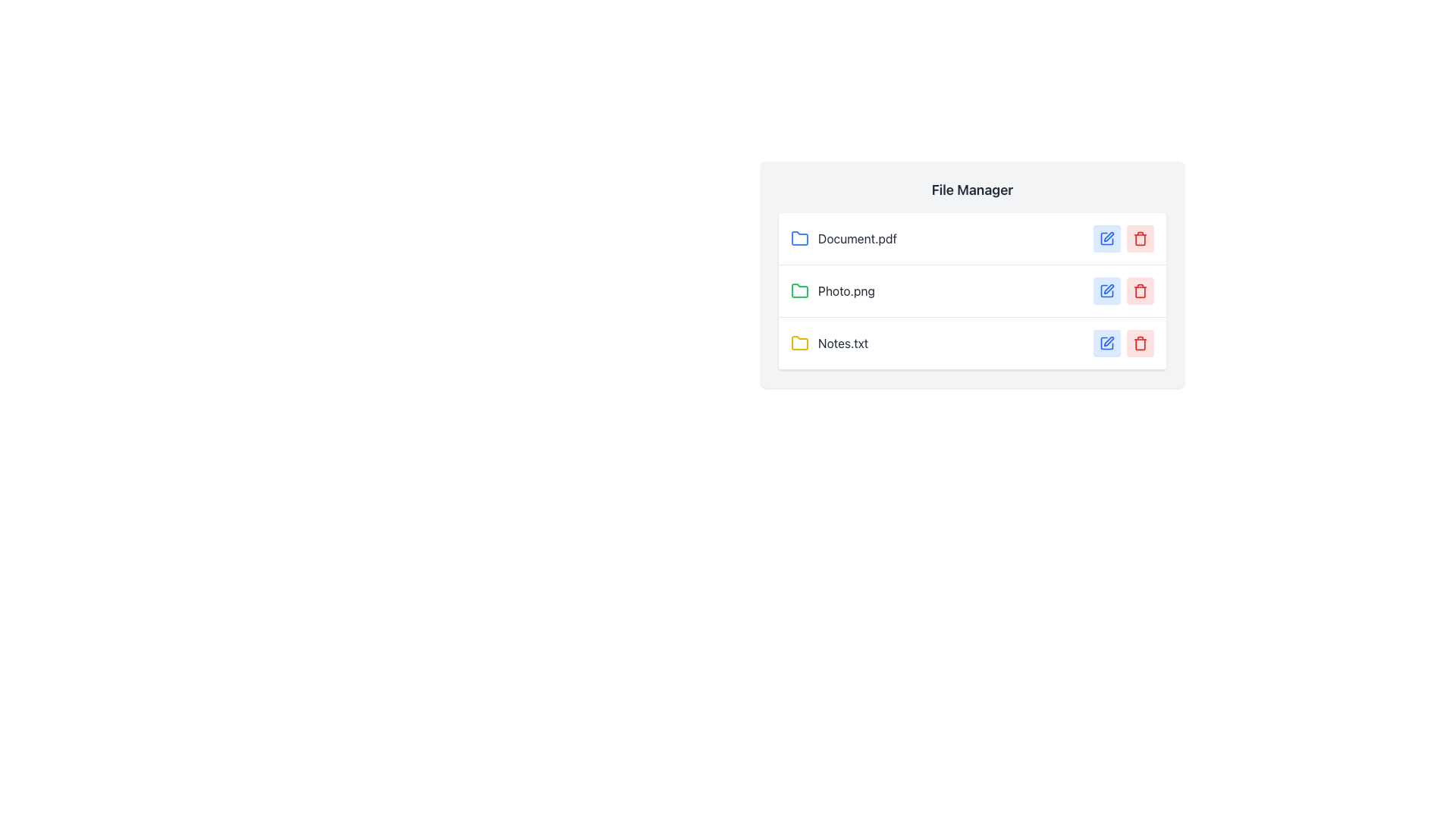 The width and height of the screenshot is (1456, 819). I want to click on the Interactive button with a light blue background and a blue-bordered pencil icon, so click(1106, 291).